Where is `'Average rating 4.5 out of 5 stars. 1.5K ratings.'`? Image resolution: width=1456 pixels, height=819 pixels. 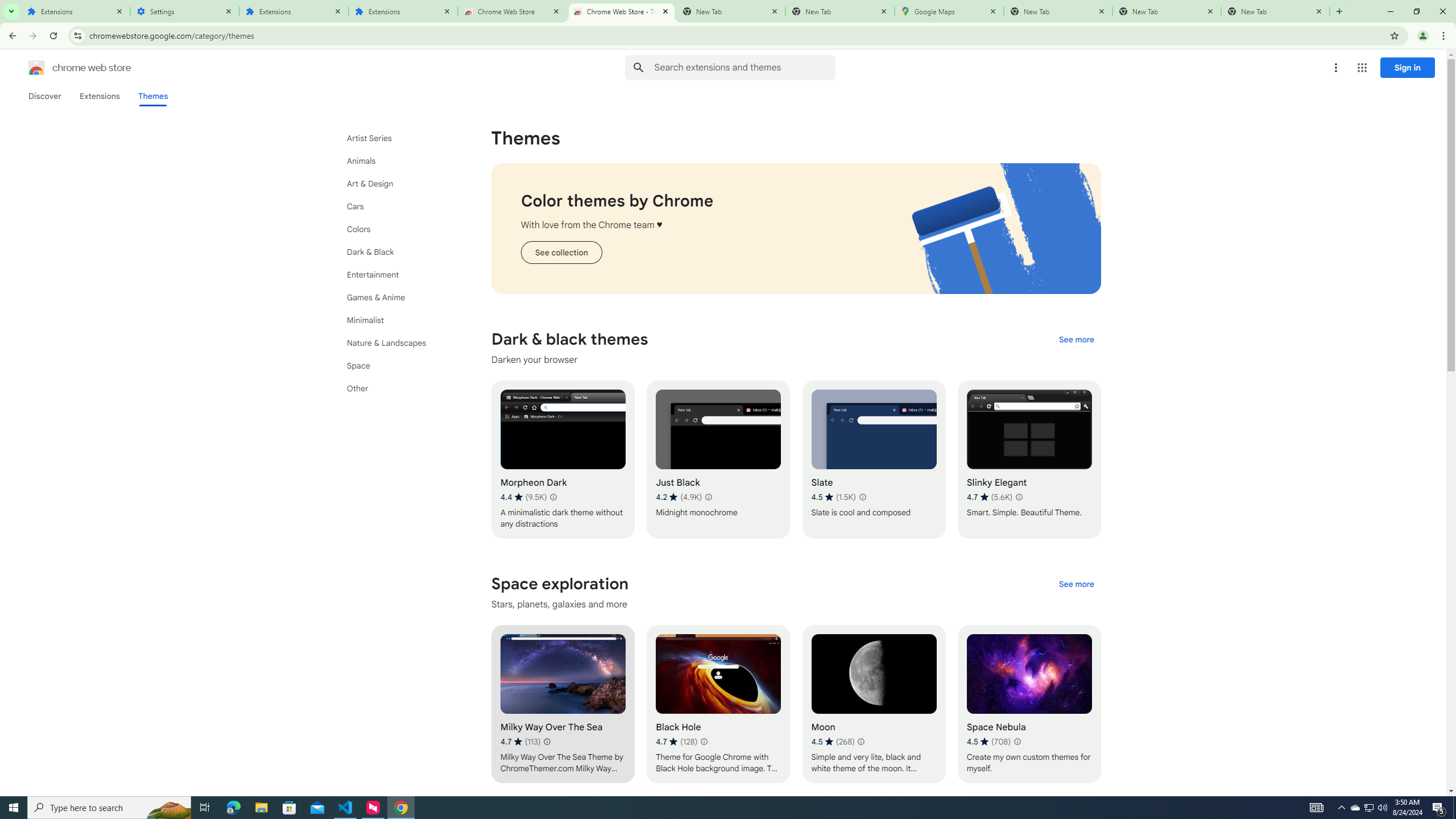 'Average rating 4.5 out of 5 stars. 1.5K ratings.' is located at coordinates (833, 497).